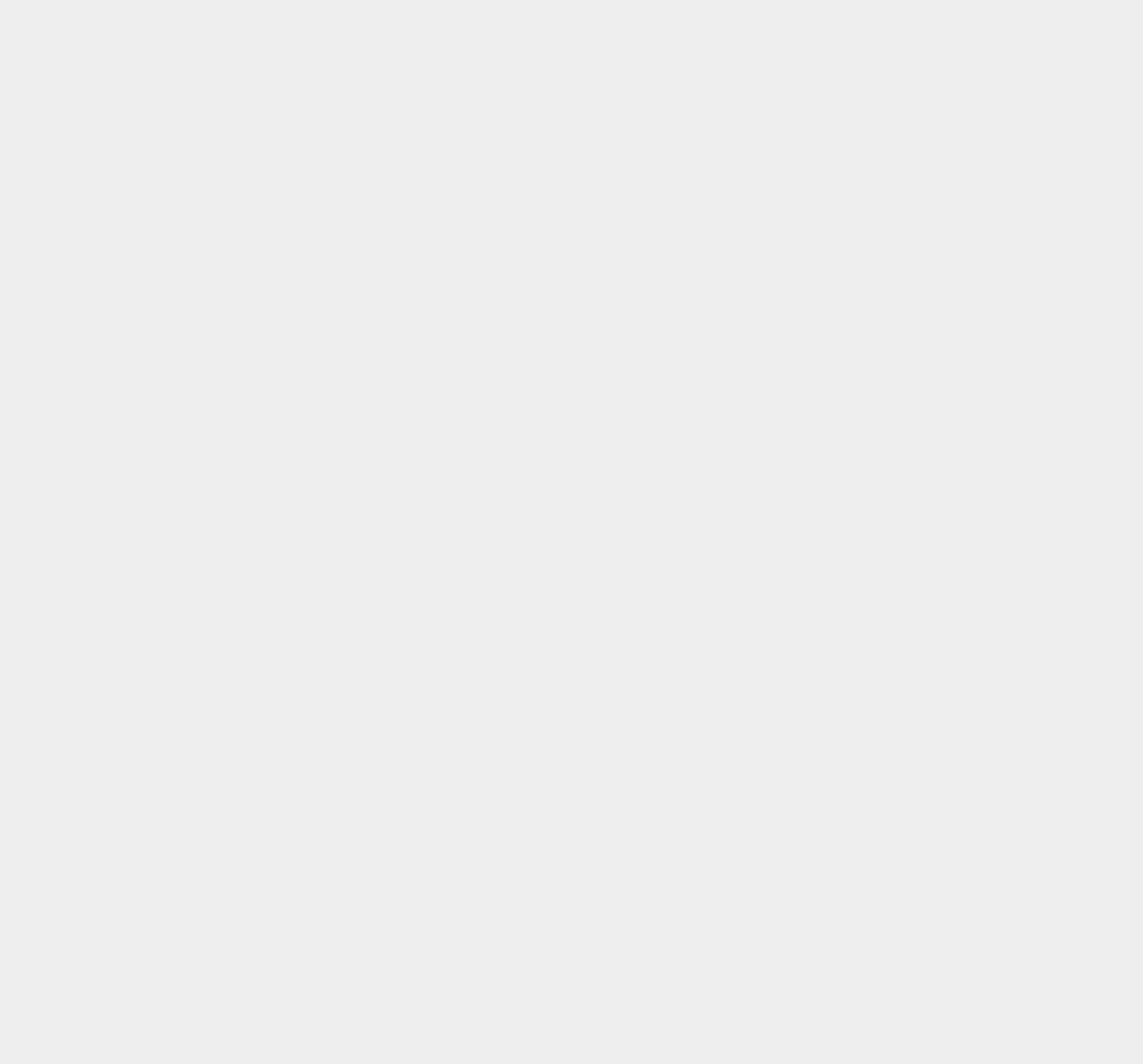 This screenshot has height=1064, width=1143. I want to click on 'Earn Money', so click(843, 63).